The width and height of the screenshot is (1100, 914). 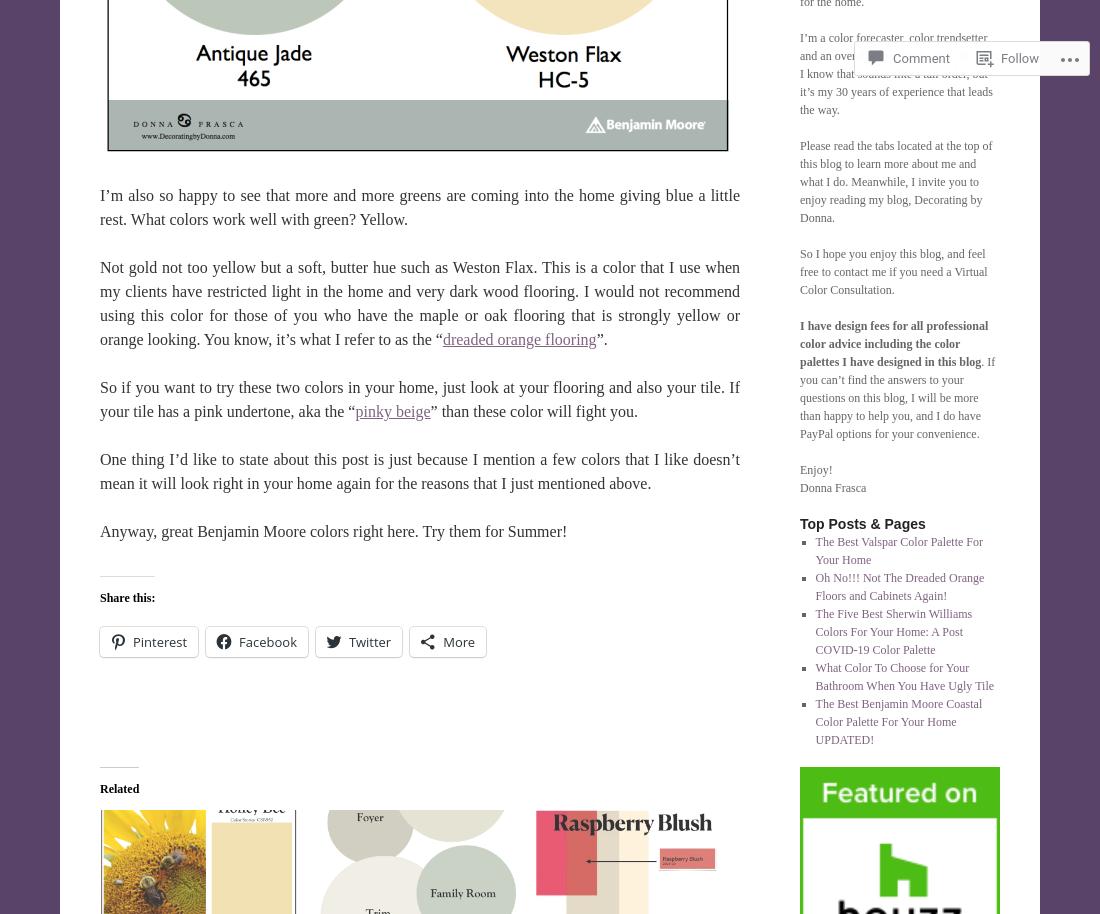 I want to click on 'The Best Valspar Color Palette For Your Home', so click(x=899, y=550).